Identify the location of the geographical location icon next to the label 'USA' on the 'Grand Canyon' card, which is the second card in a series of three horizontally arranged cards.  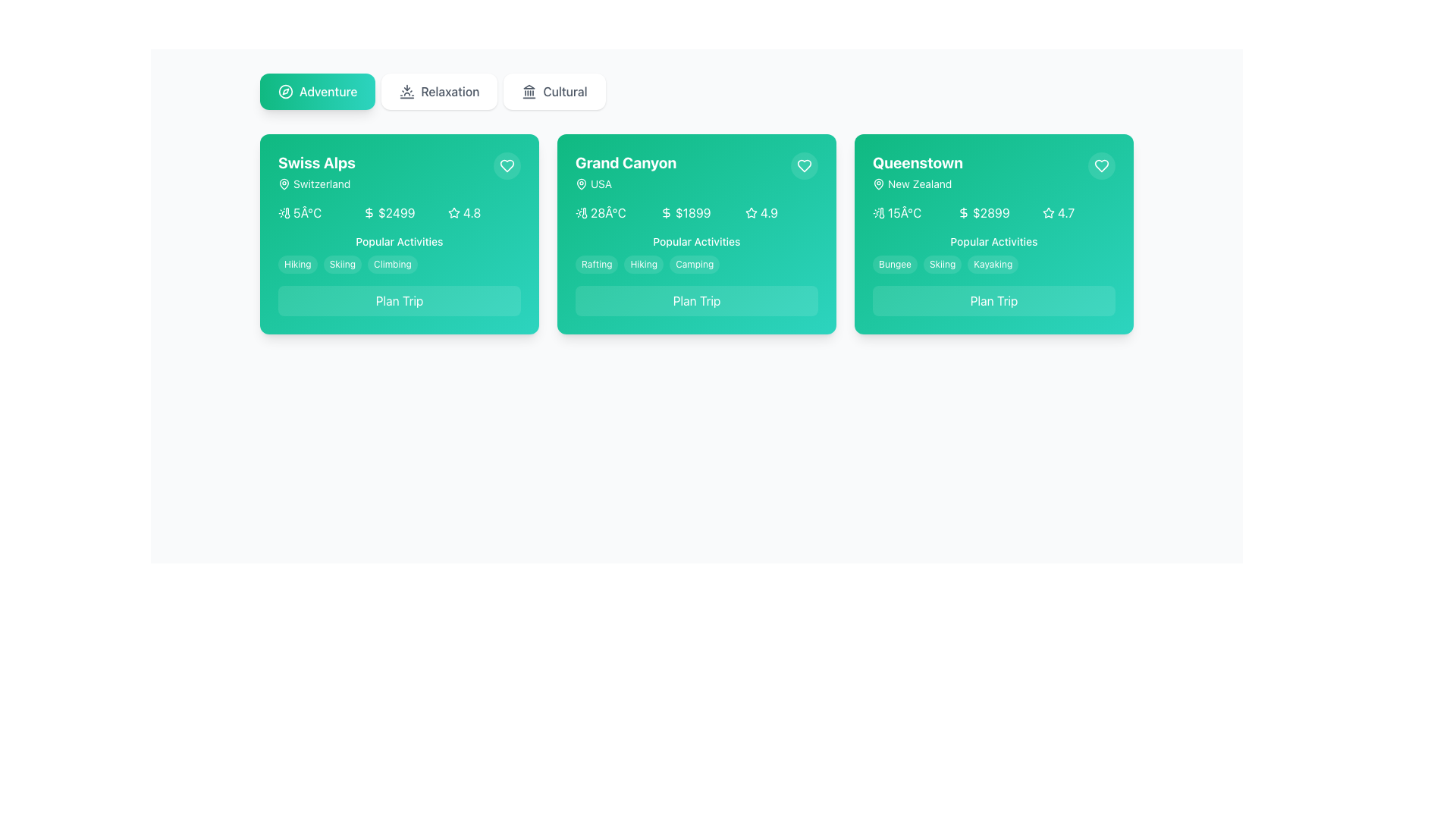
(581, 183).